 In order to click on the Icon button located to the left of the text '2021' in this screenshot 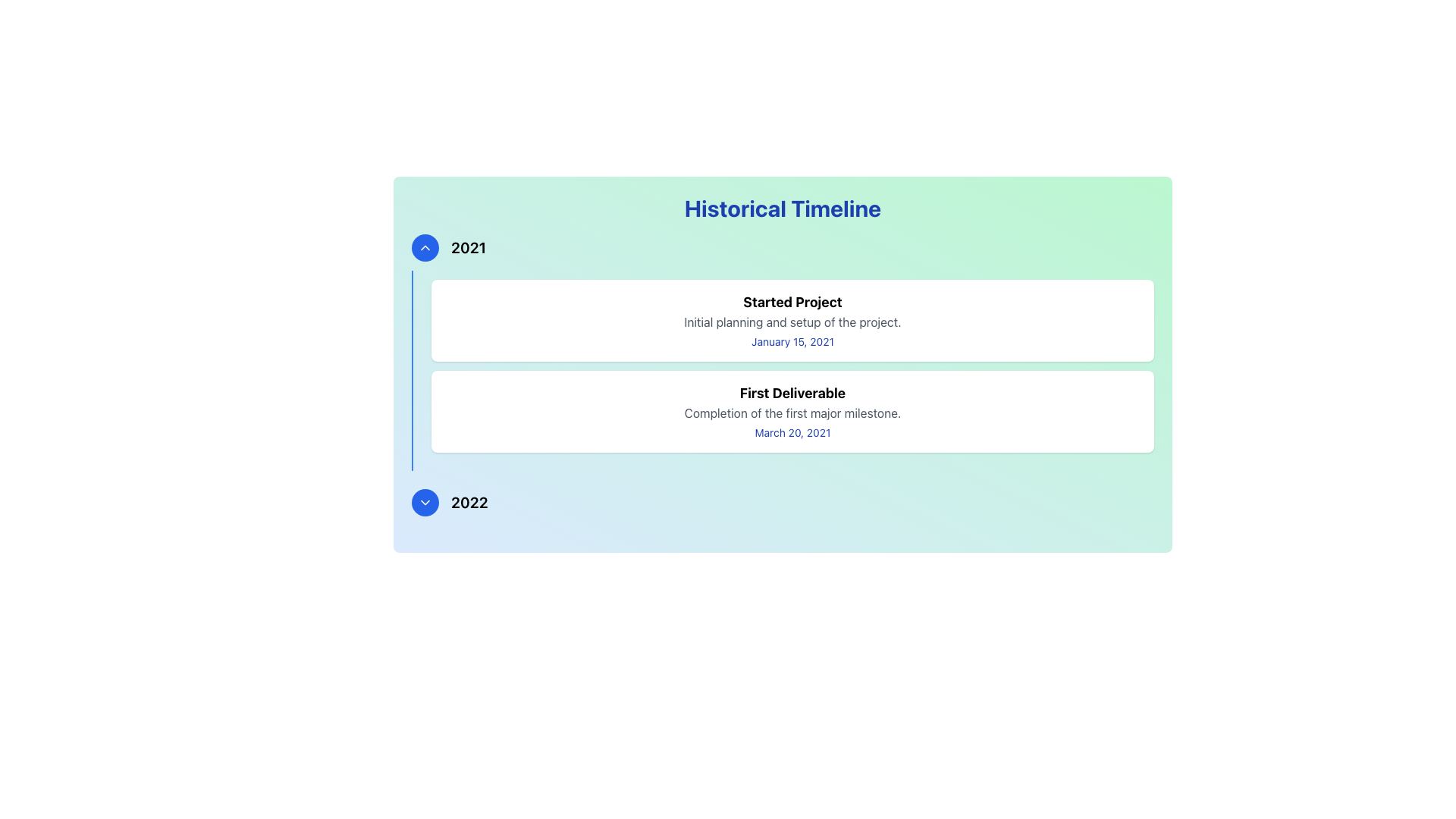, I will do `click(425, 247)`.